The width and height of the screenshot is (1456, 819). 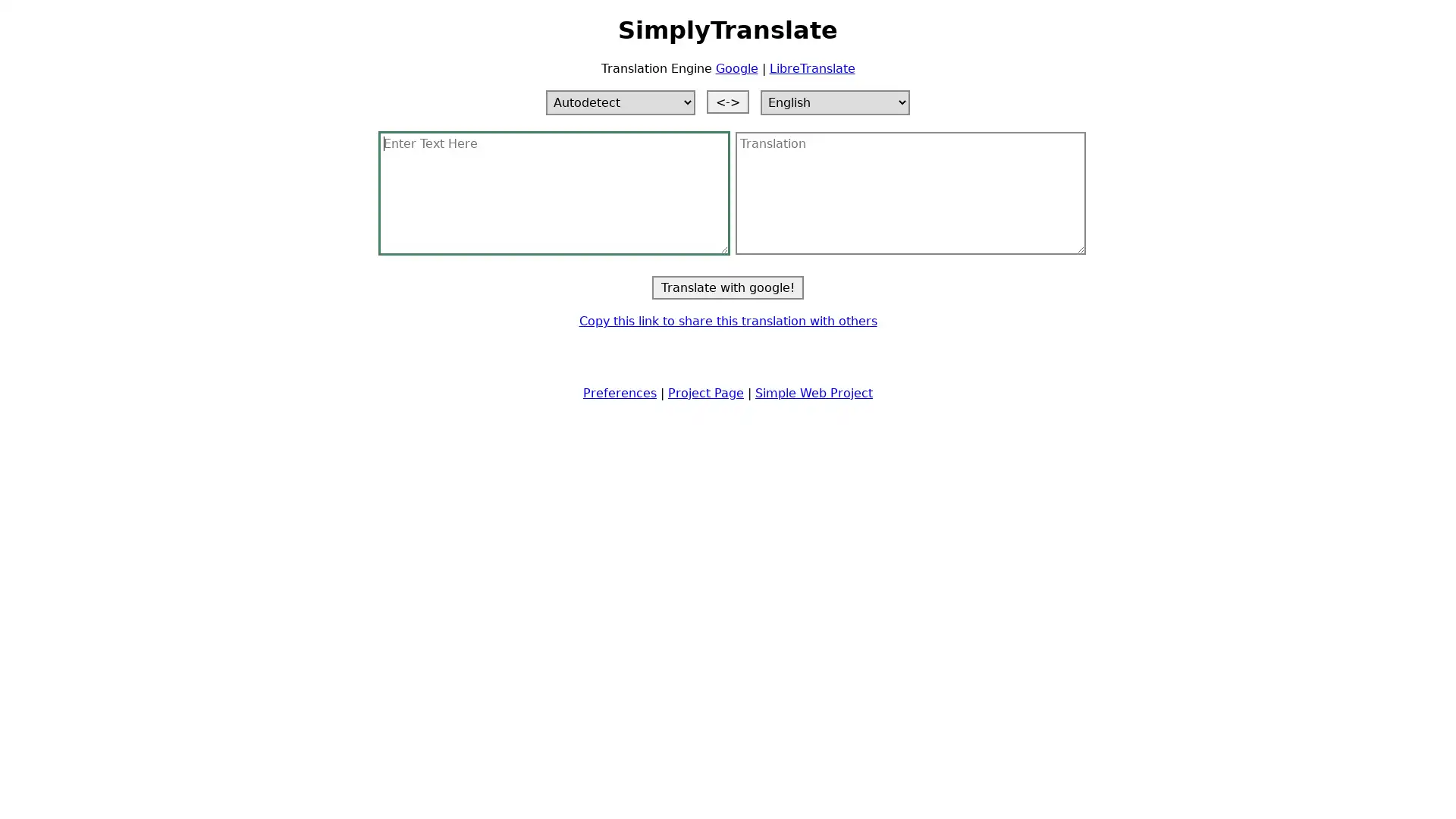 What do you see at coordinates (728, 101) in the screenshot?
I see `Switch languages` at bounding box center [728, 101].